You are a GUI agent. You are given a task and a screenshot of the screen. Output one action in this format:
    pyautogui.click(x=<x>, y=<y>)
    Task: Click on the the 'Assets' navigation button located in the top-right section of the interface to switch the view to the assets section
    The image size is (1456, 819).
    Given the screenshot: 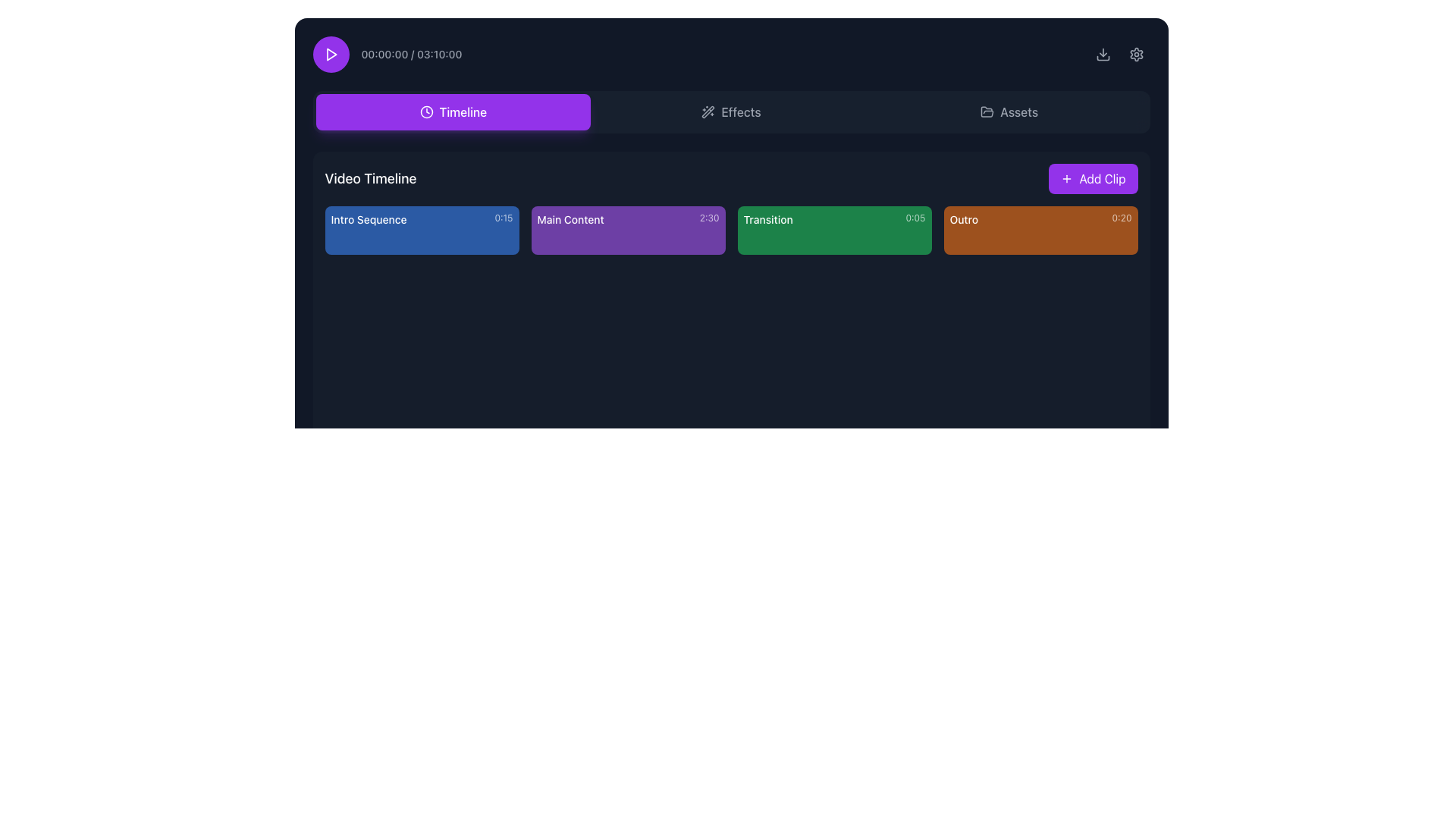 What is the action you would take?
    pyautogui.click(x=1009, y=111)
    